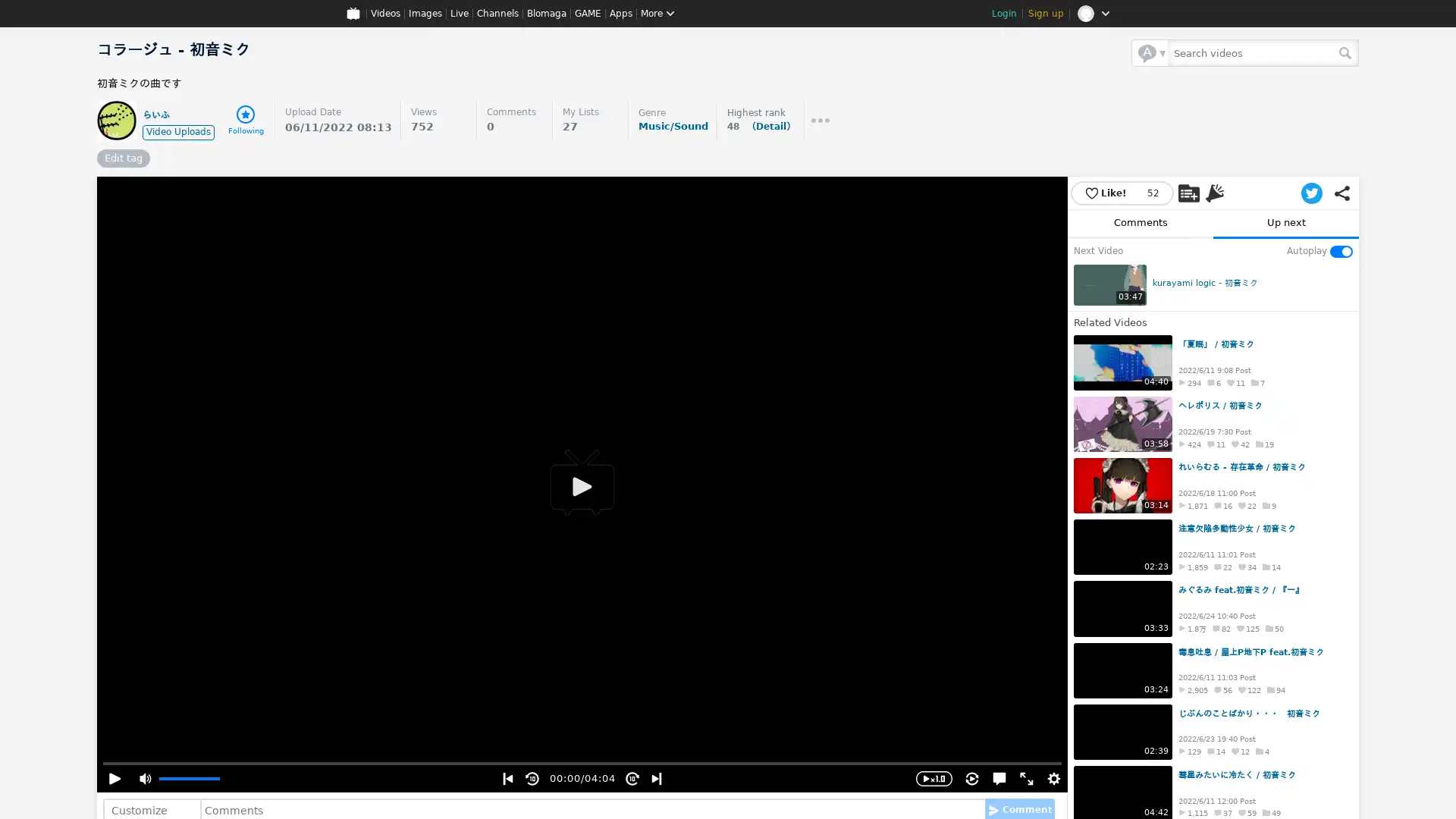 The height and width of the screenshot is (819, 1456). Describe the element at coordinates (113, 778) in the screenshot. I see `Play` at that location.